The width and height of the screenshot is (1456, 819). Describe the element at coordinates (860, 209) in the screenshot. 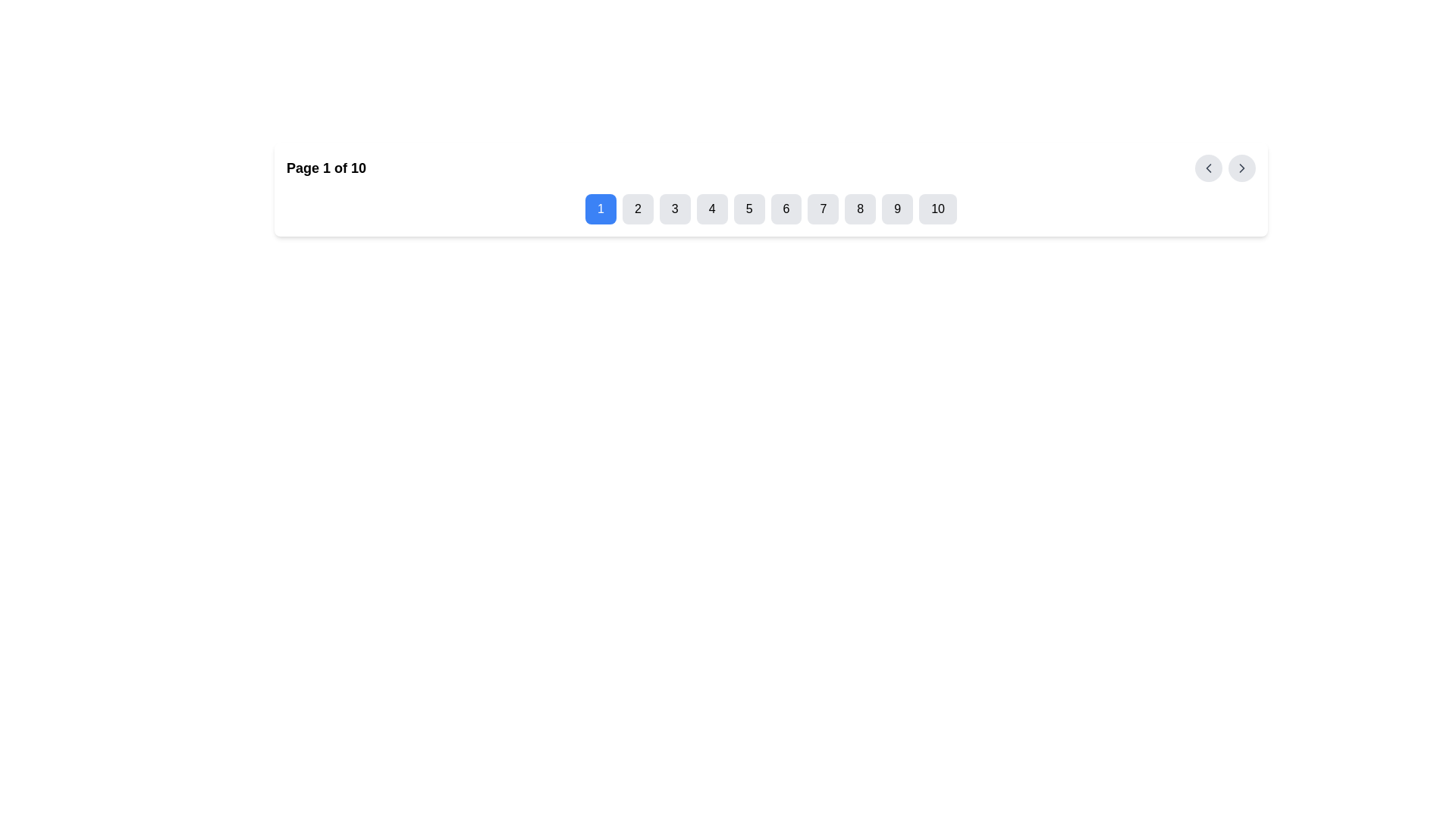

I see `the rectangular button with rounded corners labeled '8'` at that location.